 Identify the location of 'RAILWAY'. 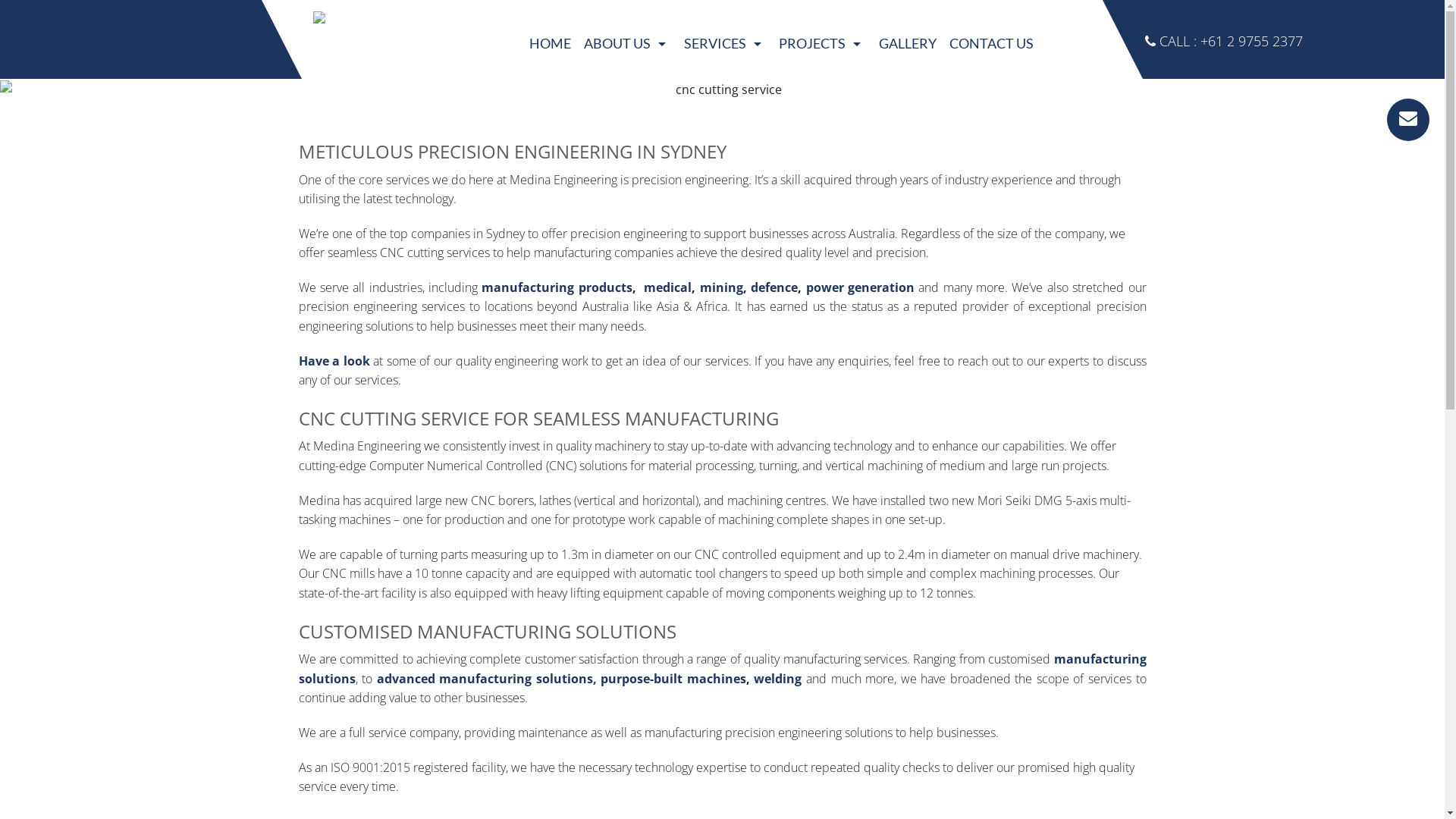
(821, 259).